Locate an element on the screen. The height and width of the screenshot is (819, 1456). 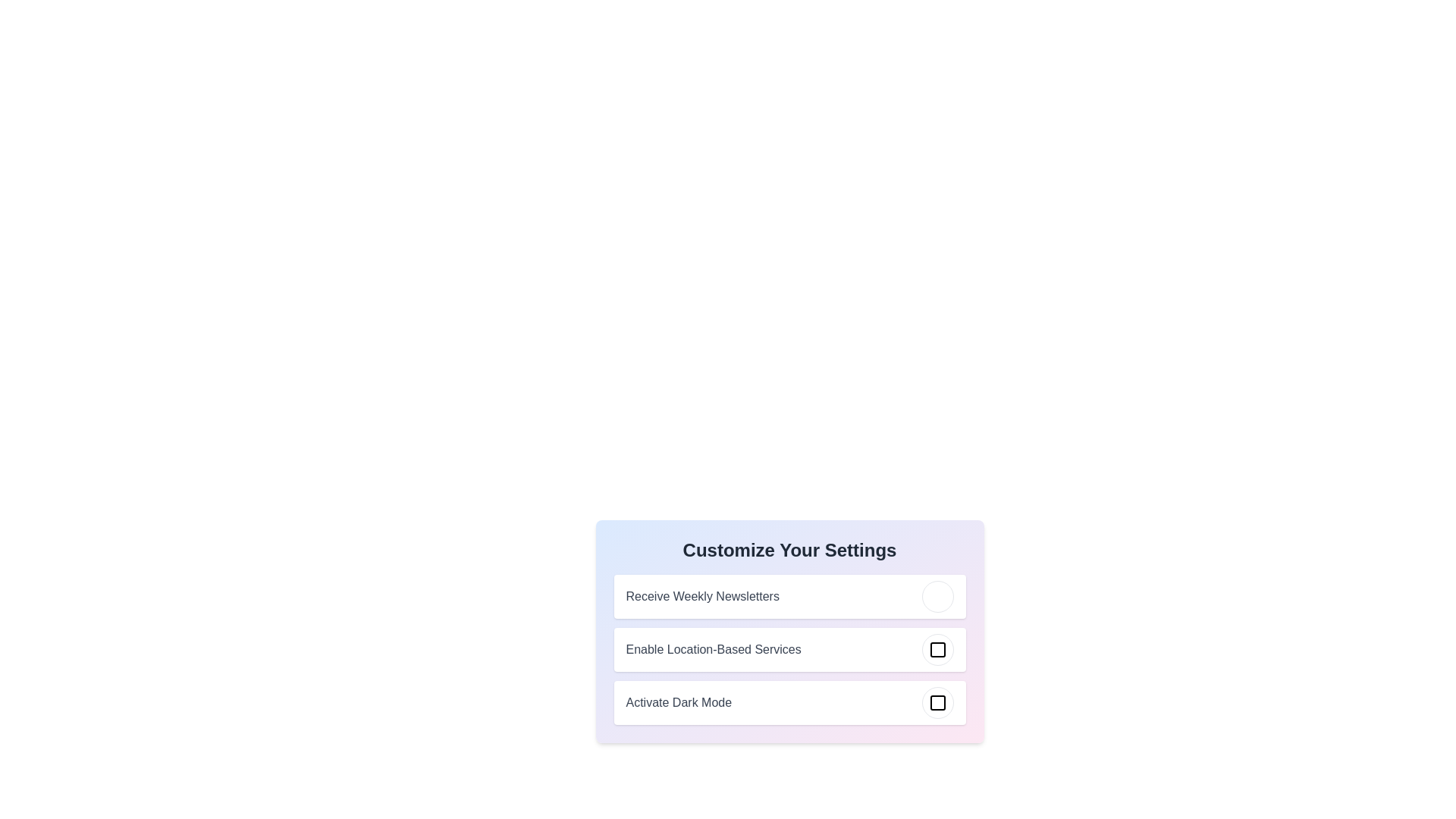
the text label describing the checkbox option for enabling location-based services, located in the middle row under the header 'Customize Your Settings' is located at coordinates (713, 648).